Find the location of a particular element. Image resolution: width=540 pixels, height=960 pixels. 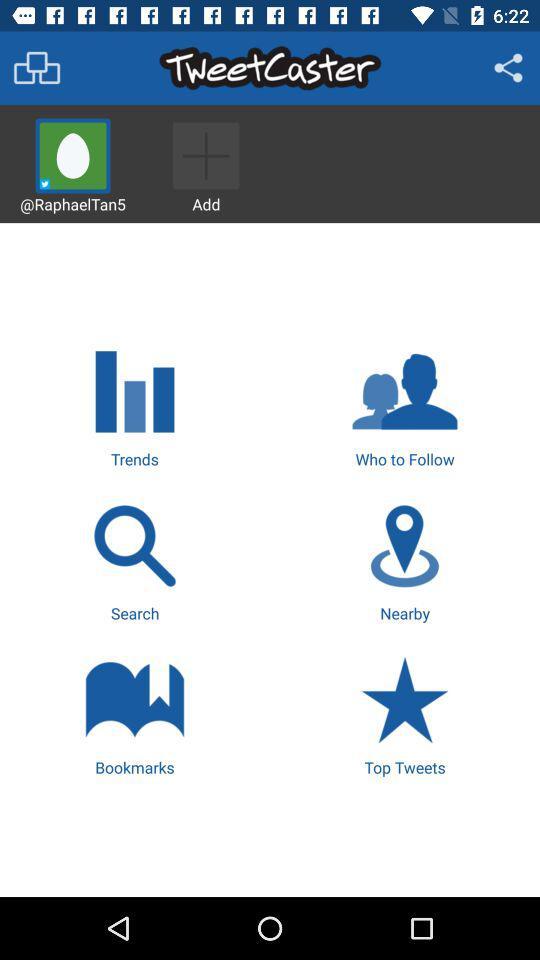

item to the left of the who to follow is located at coordinates (135, 404).